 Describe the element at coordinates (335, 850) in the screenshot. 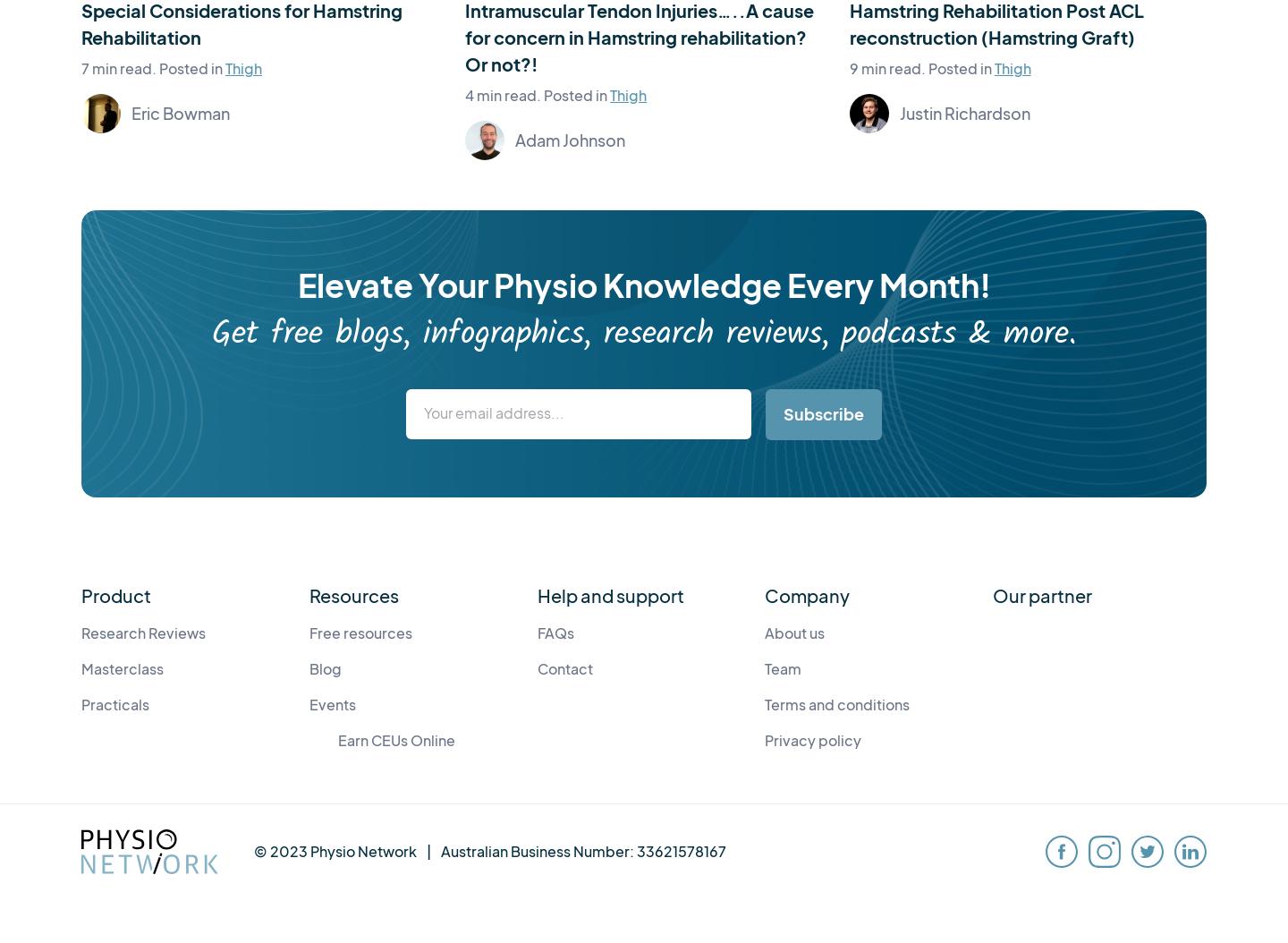

I see `'© 2023 Physio Network'` at that location.